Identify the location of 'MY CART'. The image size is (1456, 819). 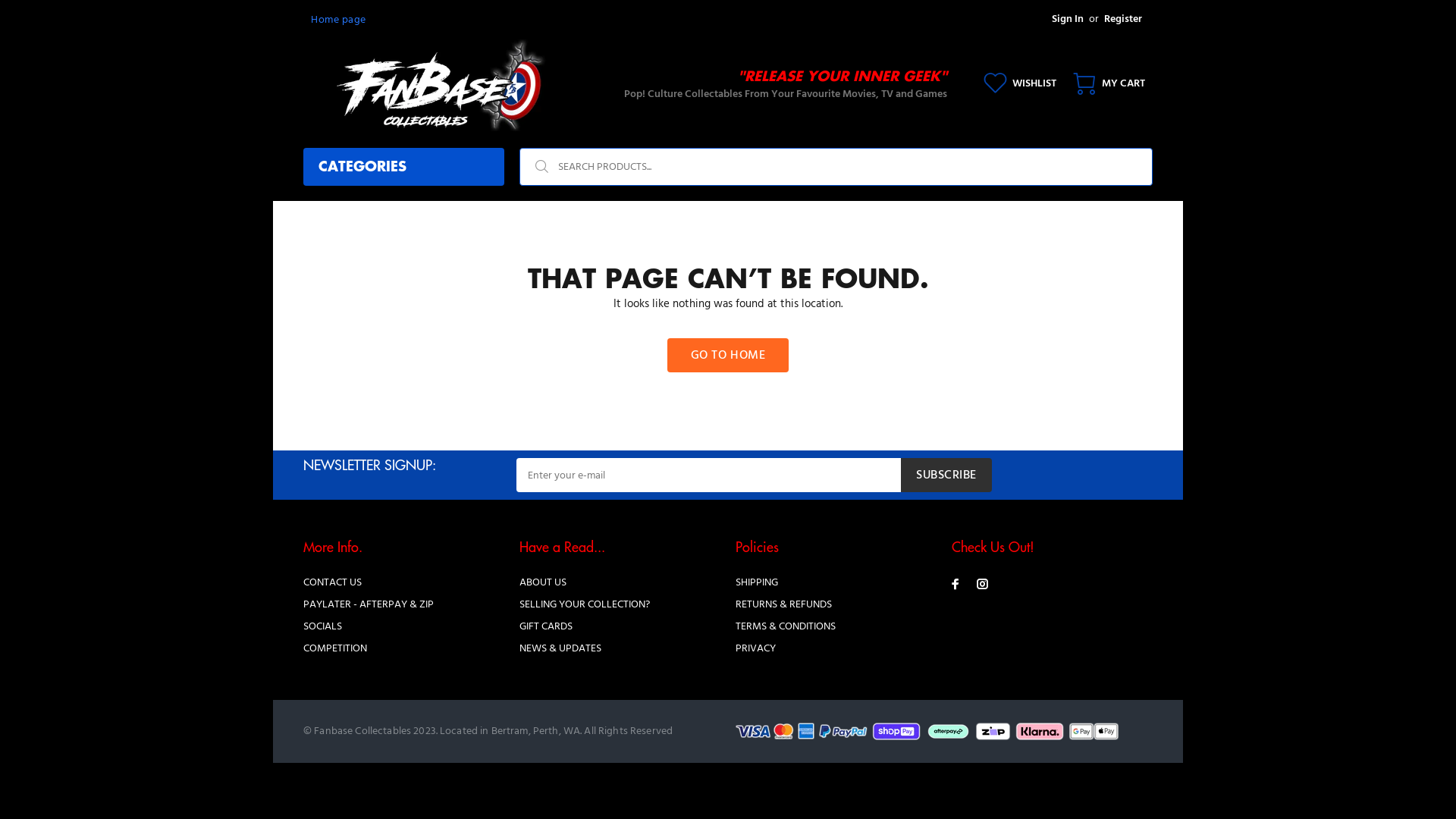
(1104, 83).